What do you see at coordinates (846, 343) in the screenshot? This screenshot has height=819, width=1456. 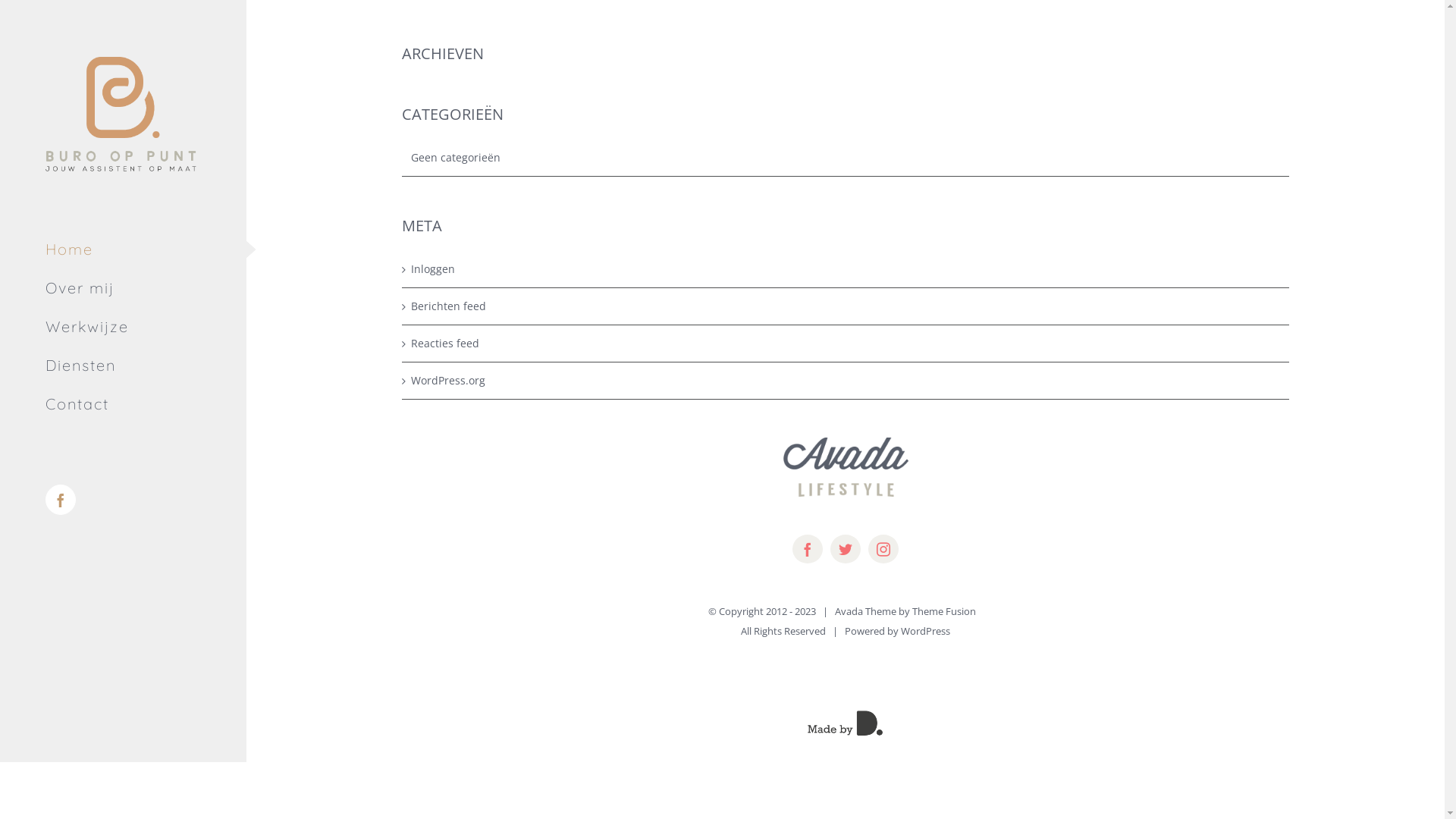 I see `'Reacties feed'` at bounding box center [846, 343].